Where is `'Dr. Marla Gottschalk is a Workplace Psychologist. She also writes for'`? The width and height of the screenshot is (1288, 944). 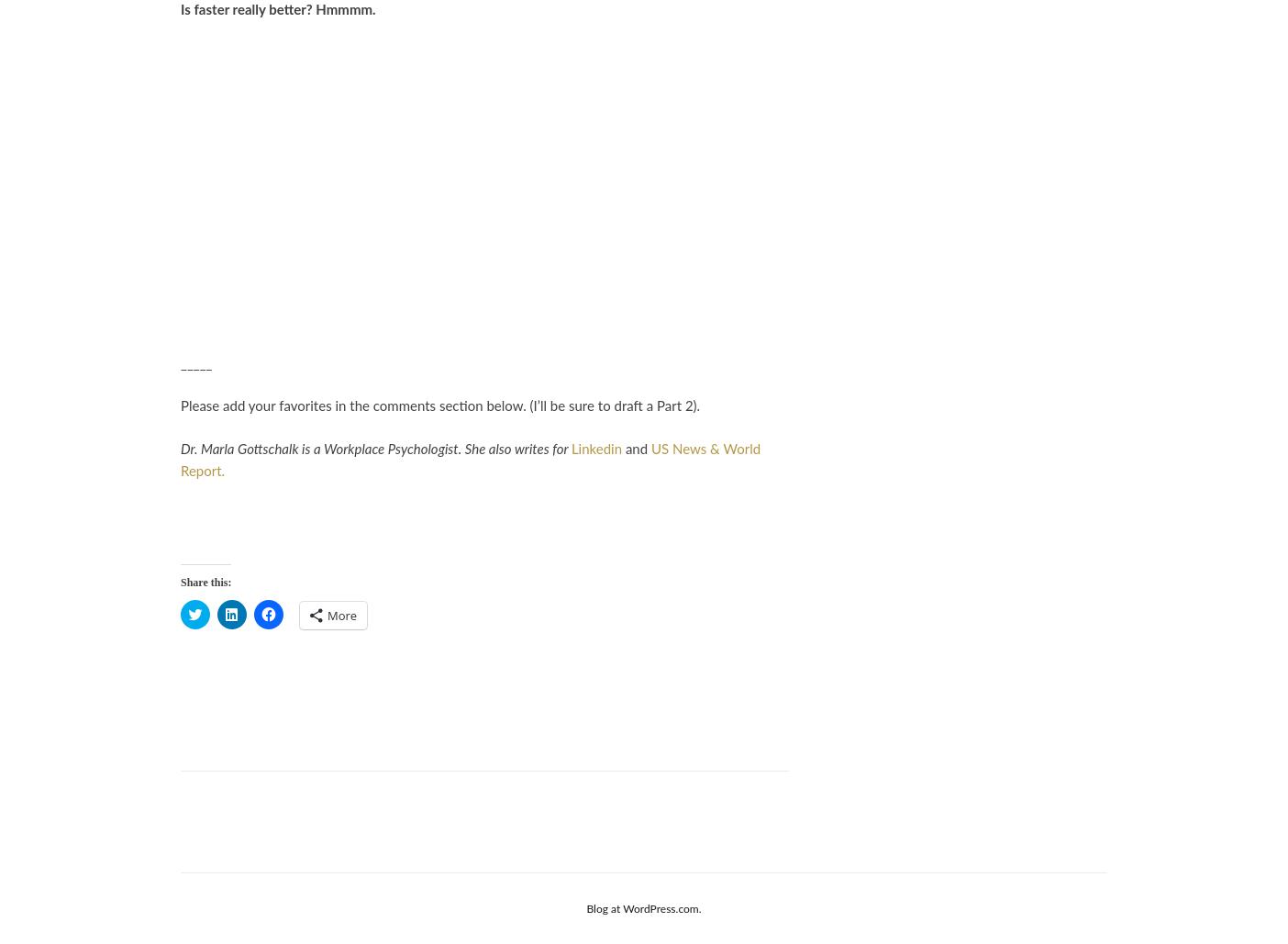
'Dr. Marla Gottschalk is a Workplace Psychologist. She also writes for' is located at coordinates (374, 449).